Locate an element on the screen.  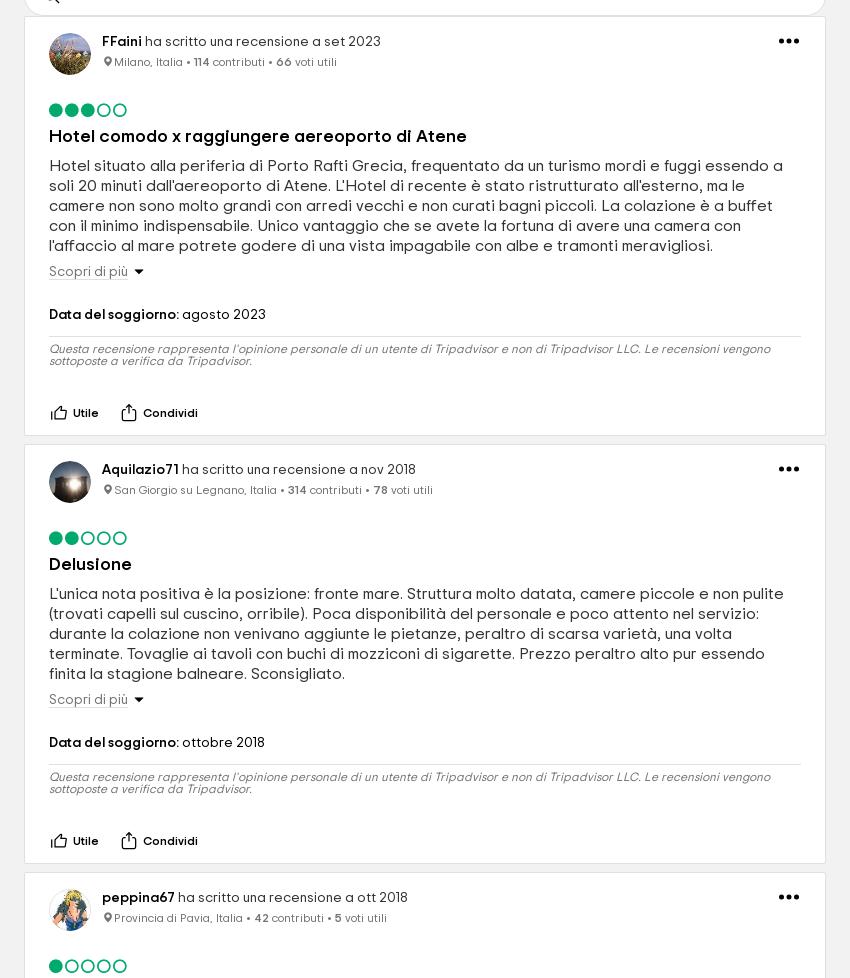
'L'unica nota positiva è la posizione: fronte mare. Struttura molto datata, camere piccole e non pulite (trovati capelli sul cuscino, orribile). Poca disponibilità del personale e poco attento nel servizio: durante la colazione non venivano aggiunte le pietanze, peraltro di scarsa varietà, una volta terminate. Tovaglie ai tavoli con buchi di mozziconi di sigarette. Prezzo peraltro alto pur essendo finita la stagione balneare. Sconsigliato.' is located at coordinates (416, 634).